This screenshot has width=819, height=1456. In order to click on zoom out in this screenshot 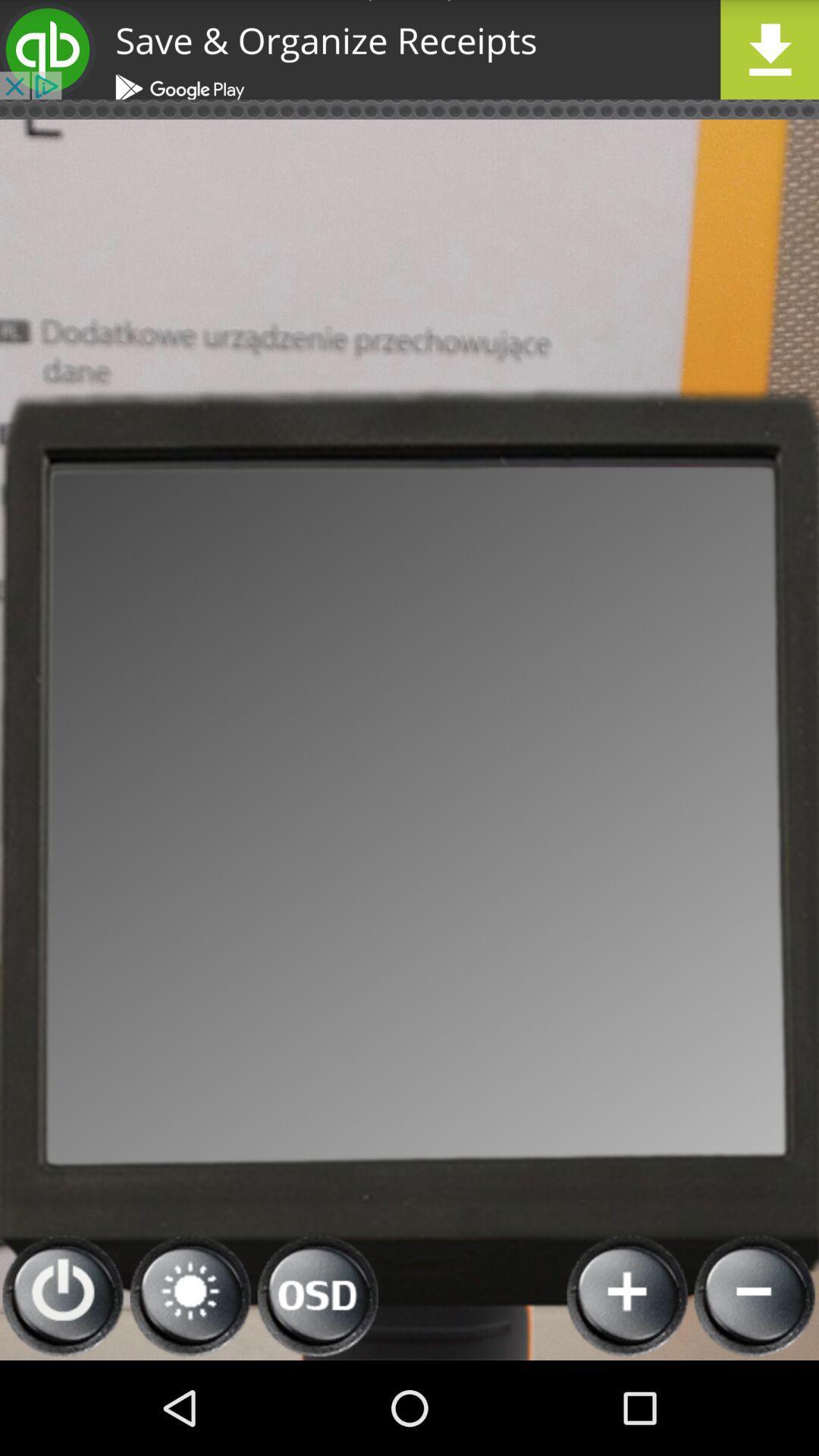, I will do `click(755, 1295)`.